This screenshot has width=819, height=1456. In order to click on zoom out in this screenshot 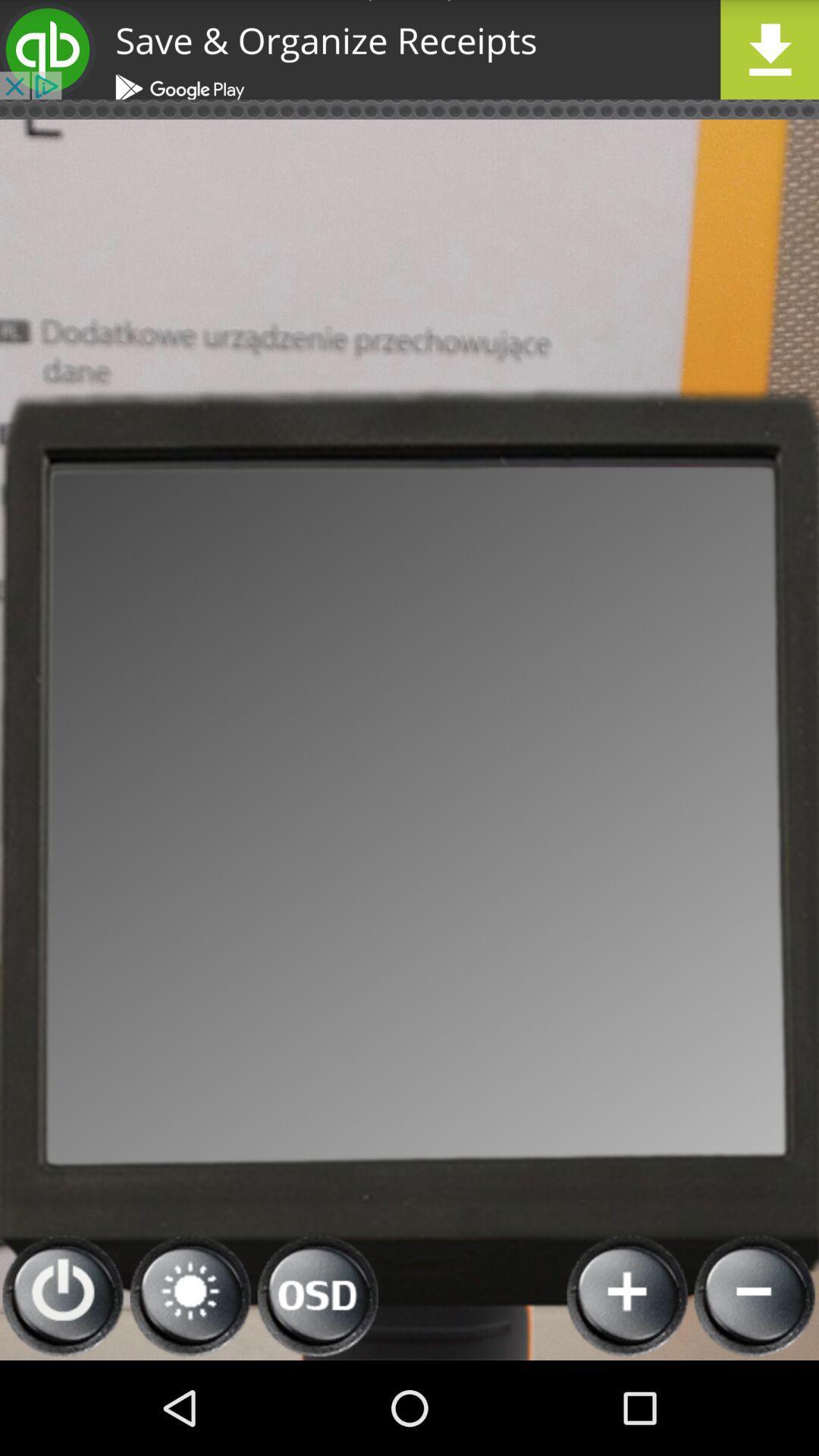, I will do `click(755, 1295)`.